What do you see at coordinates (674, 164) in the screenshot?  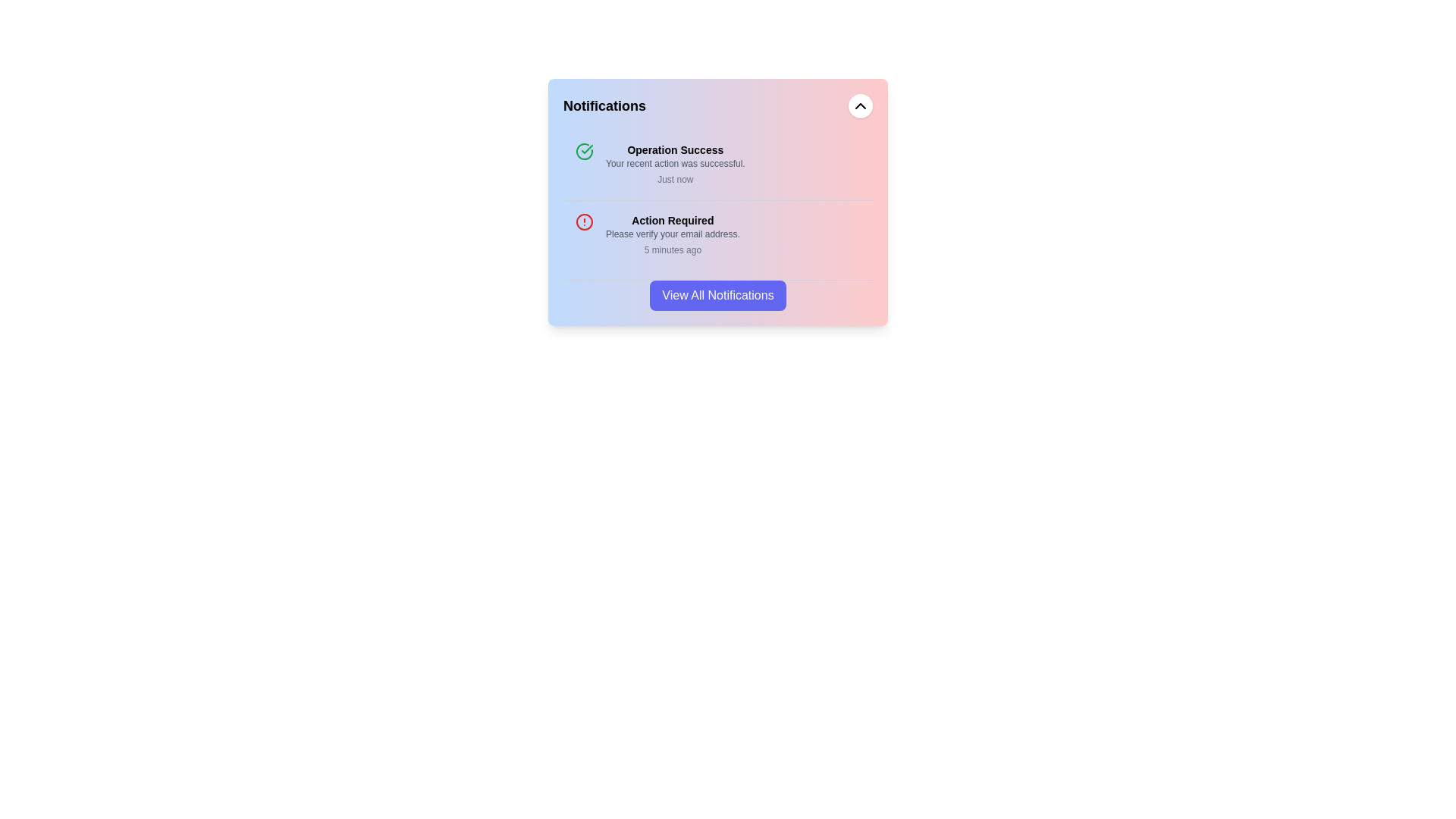 I see `the text label displaying 'Your recent action was successful.' which is located below the title 'Operation Success' in the notification box` at bounding box center [674, 164].